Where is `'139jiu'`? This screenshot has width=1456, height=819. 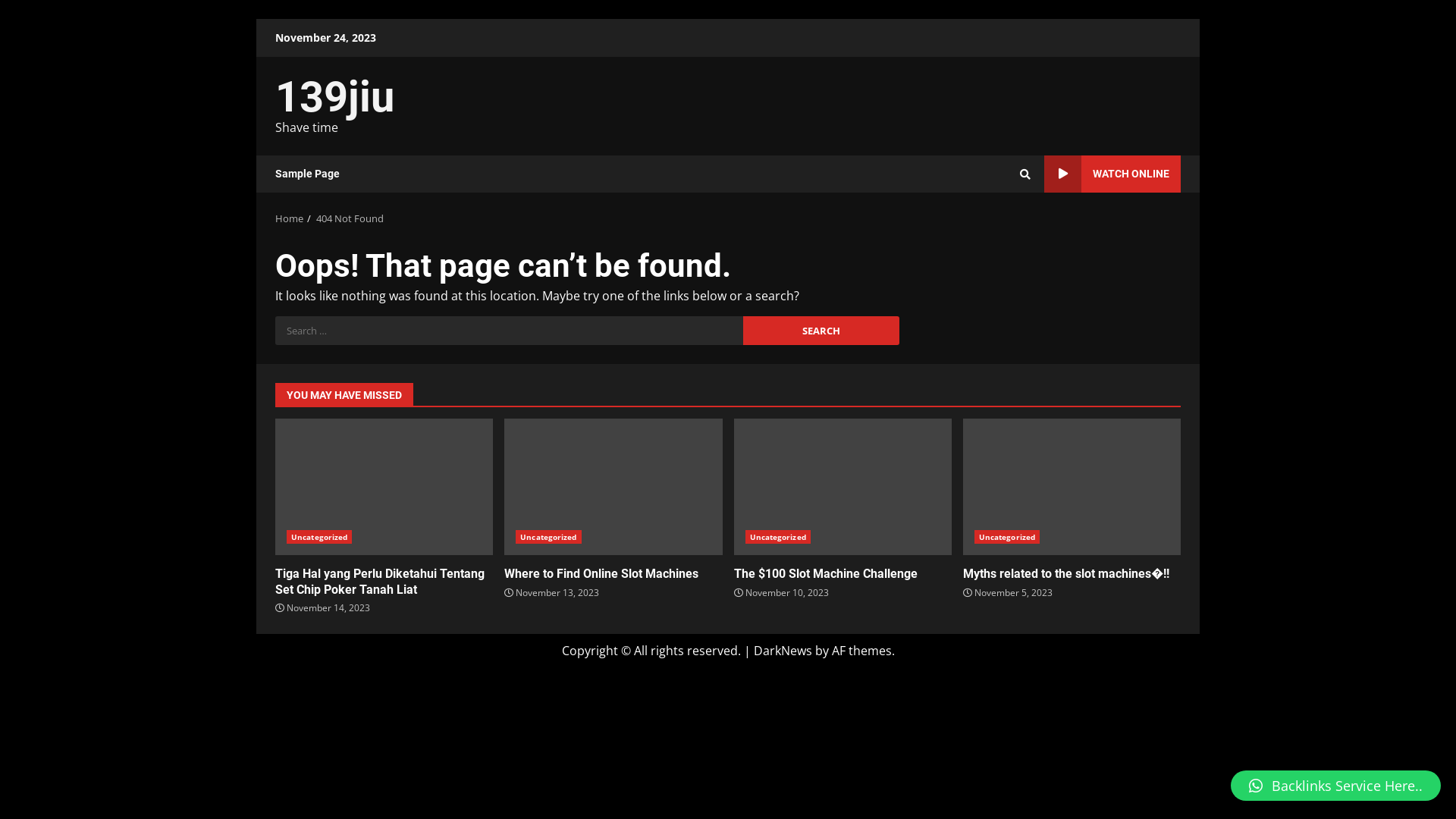 '139jiu' is located at coordinates (334, 96).